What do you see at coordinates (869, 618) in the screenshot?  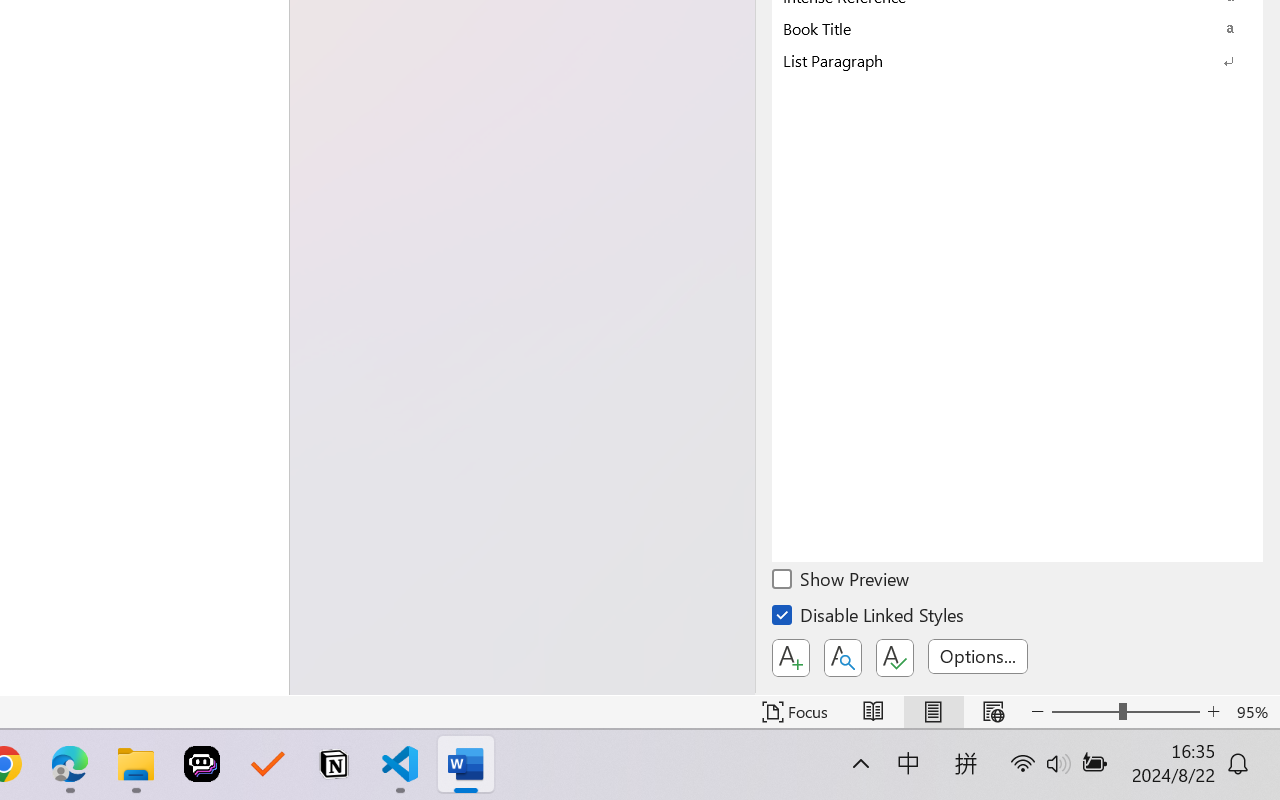 I see `'Disable Linked Styles'` at bounding box center [869, 618].